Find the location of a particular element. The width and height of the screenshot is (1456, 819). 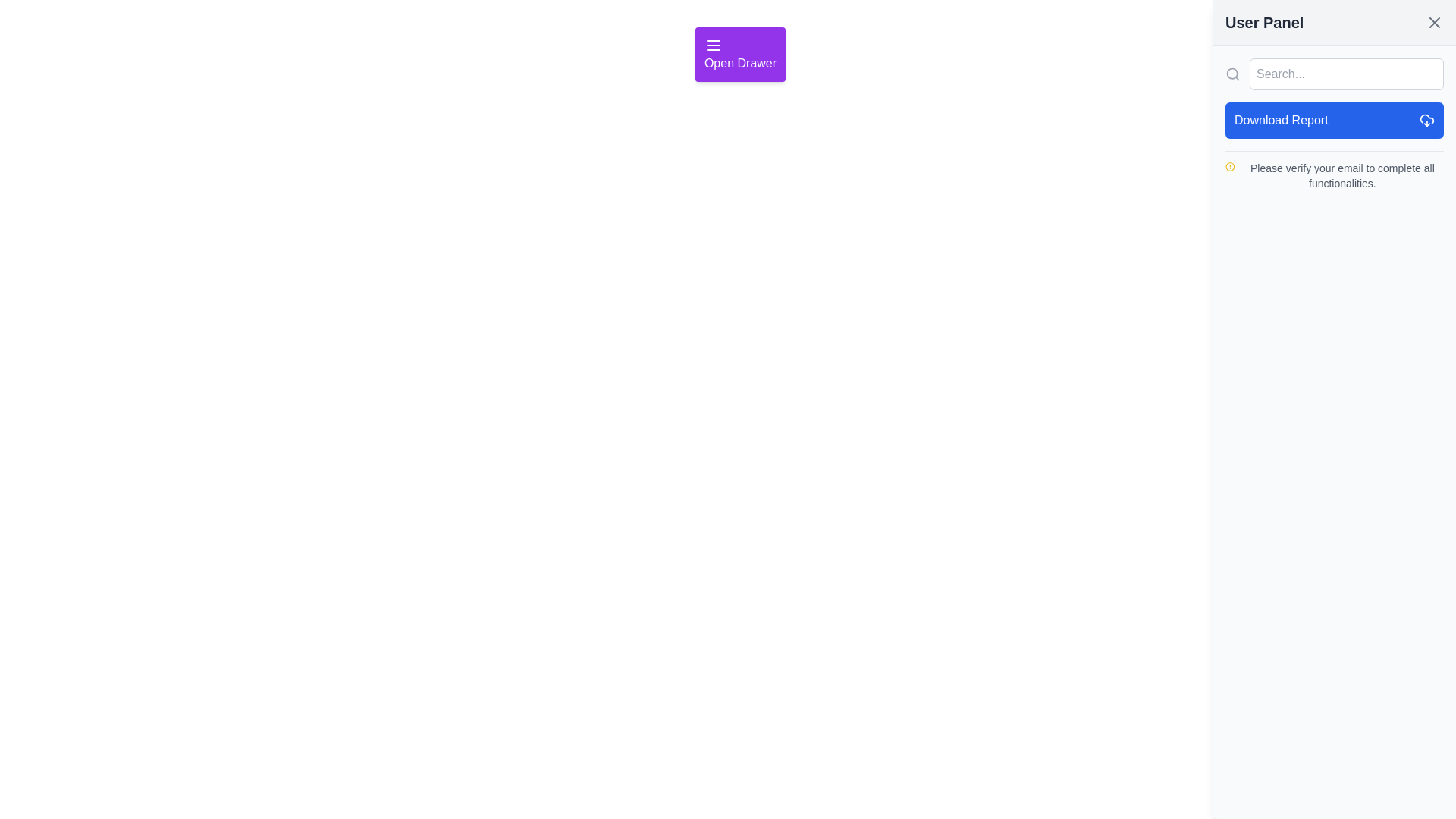

the small circular icon that forms the lens of the magnifying glass icon located to the far right of the 'User Panel' is located at coordinates (1232, 74).